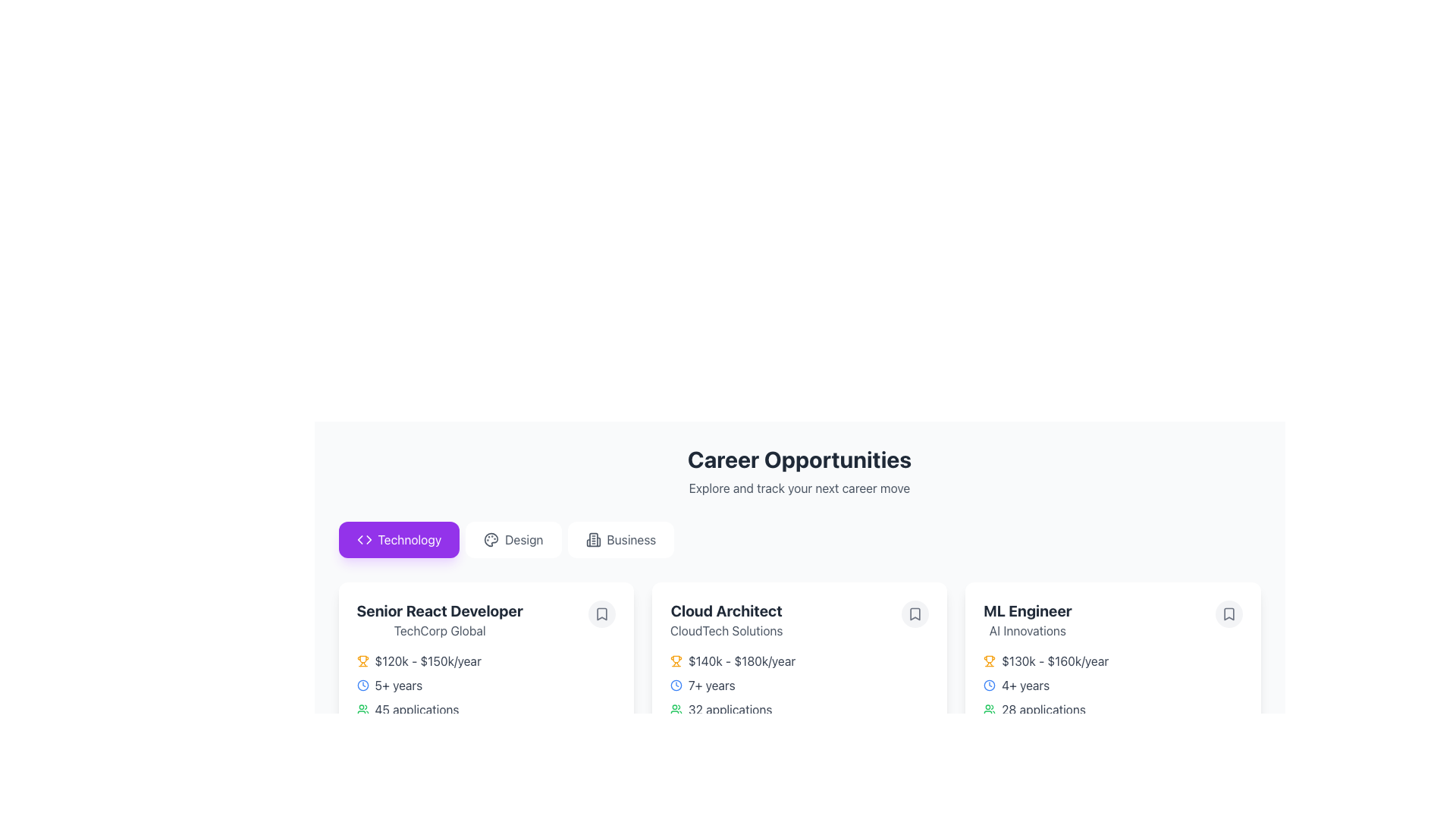 The height and width of the screenshot is (819, 1456). Describe the element at coordinates (631, 539) in the screenshot. I see `the 'Business' text label within the button component` at that location.